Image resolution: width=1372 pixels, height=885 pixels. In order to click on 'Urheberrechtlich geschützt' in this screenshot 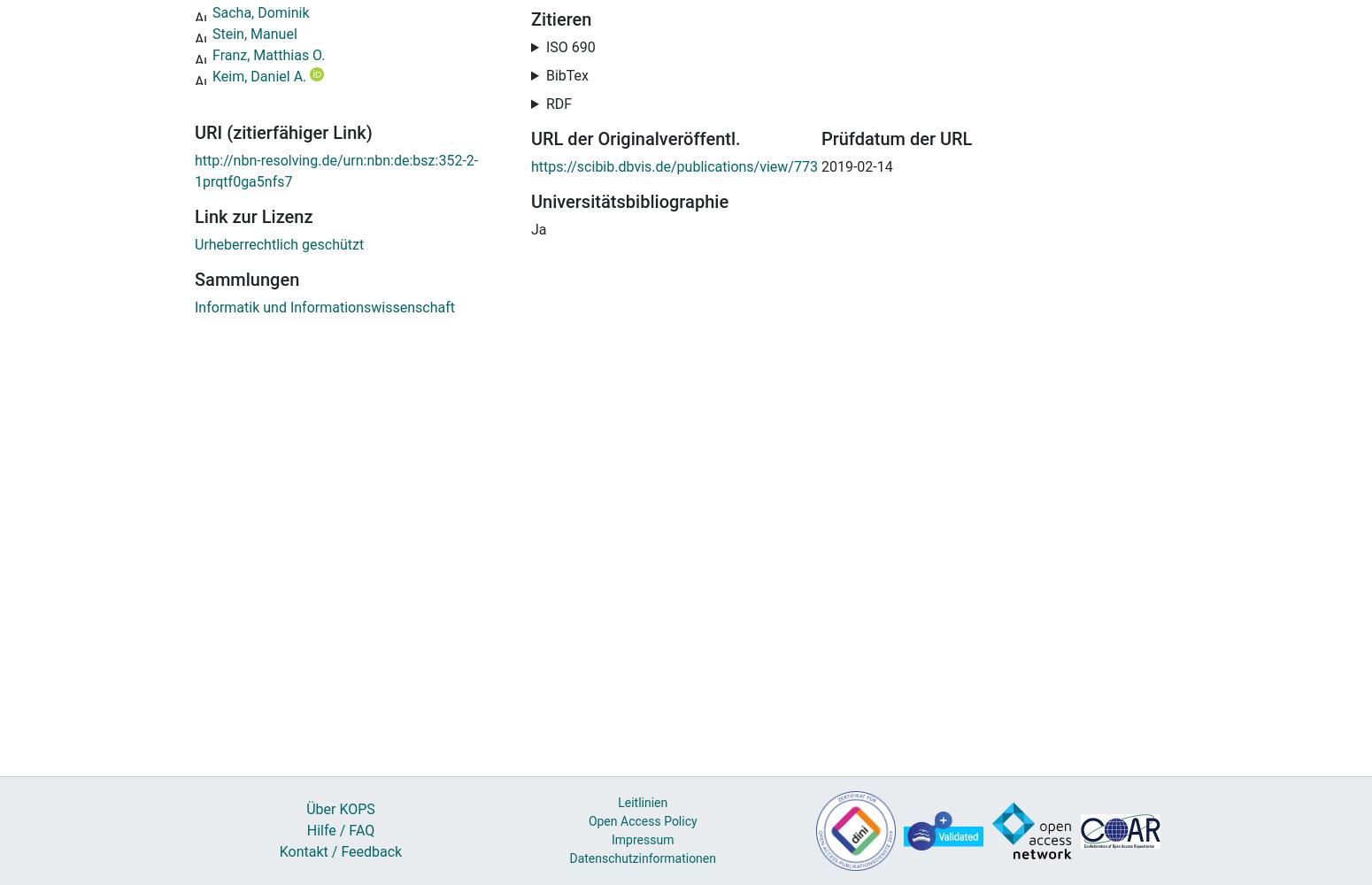, I will do `click(278, 243)`.